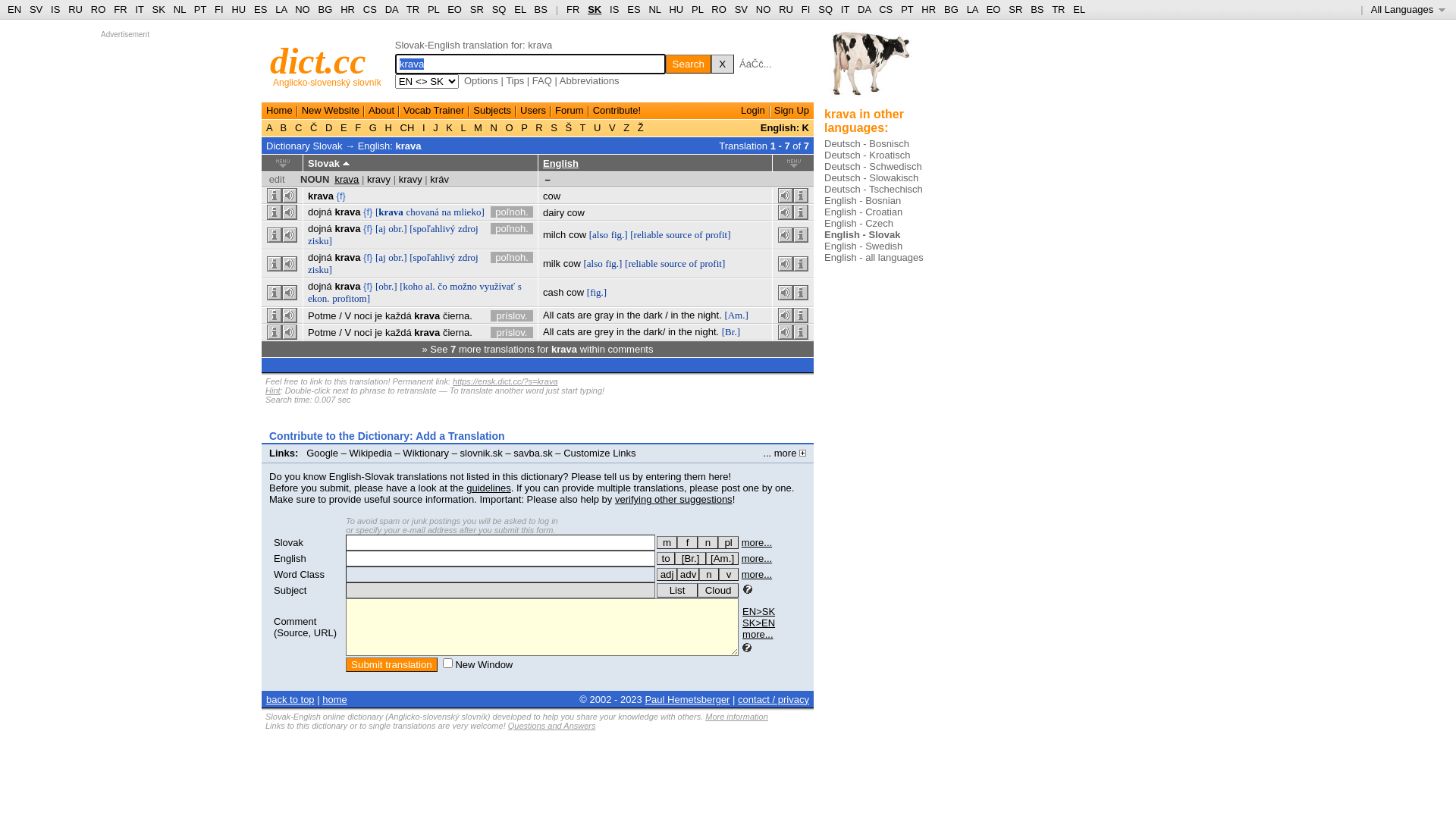 Image resolution: width=1456 pixels, height=819 pixels. I want to click on 'EN>SK', so click(758, 610).